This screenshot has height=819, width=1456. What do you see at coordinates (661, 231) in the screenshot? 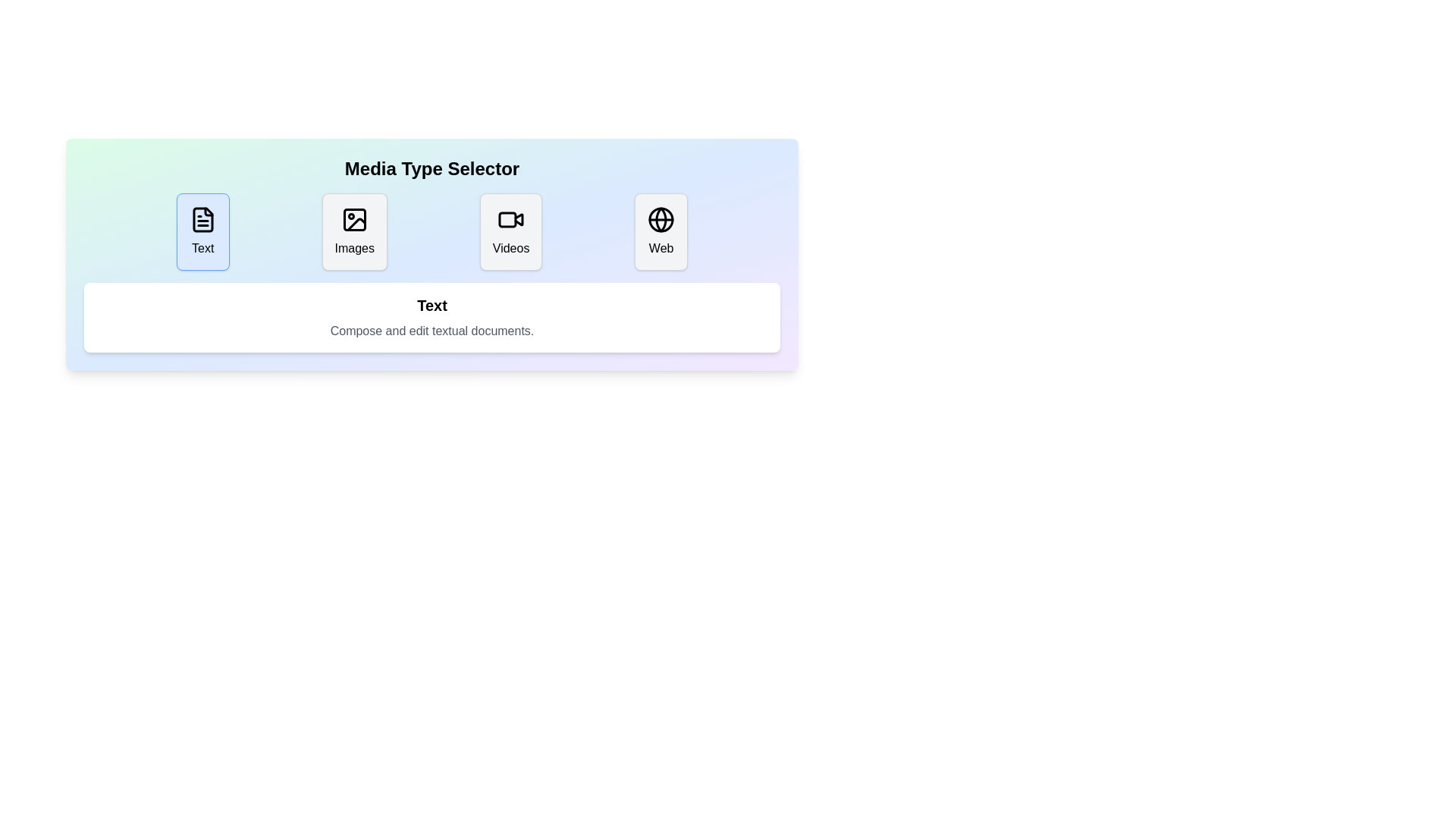
I see `the 'Web' button, which is a rectangular element with a light gray background, a thin gray border, a black globe icon at the top center, and the text 'Web' below the icon` at bounding box center [661, 231].